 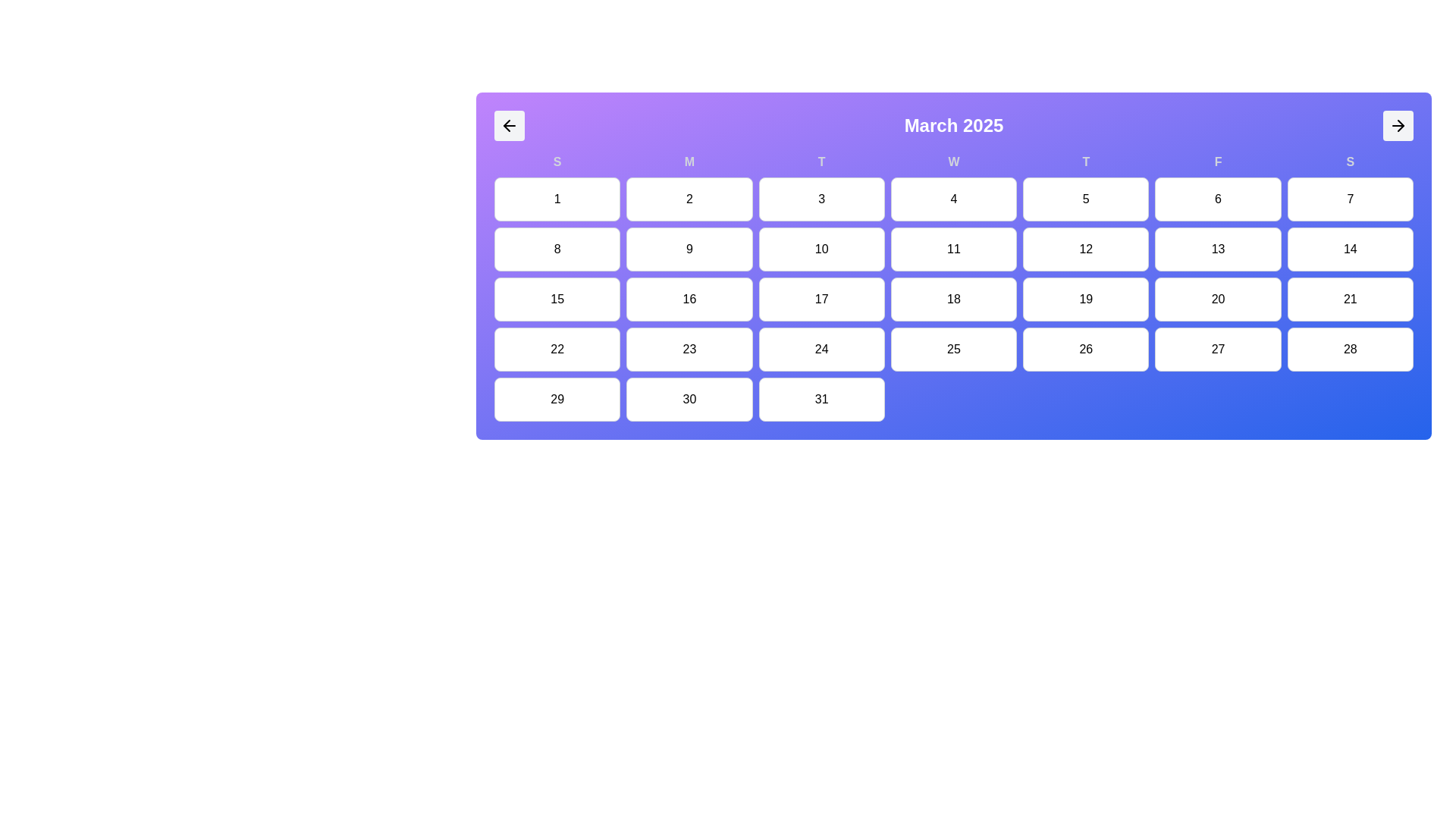 I want to click on the calendar date cell representing the 7th day of March 2025, so click(x=1350, y=198).